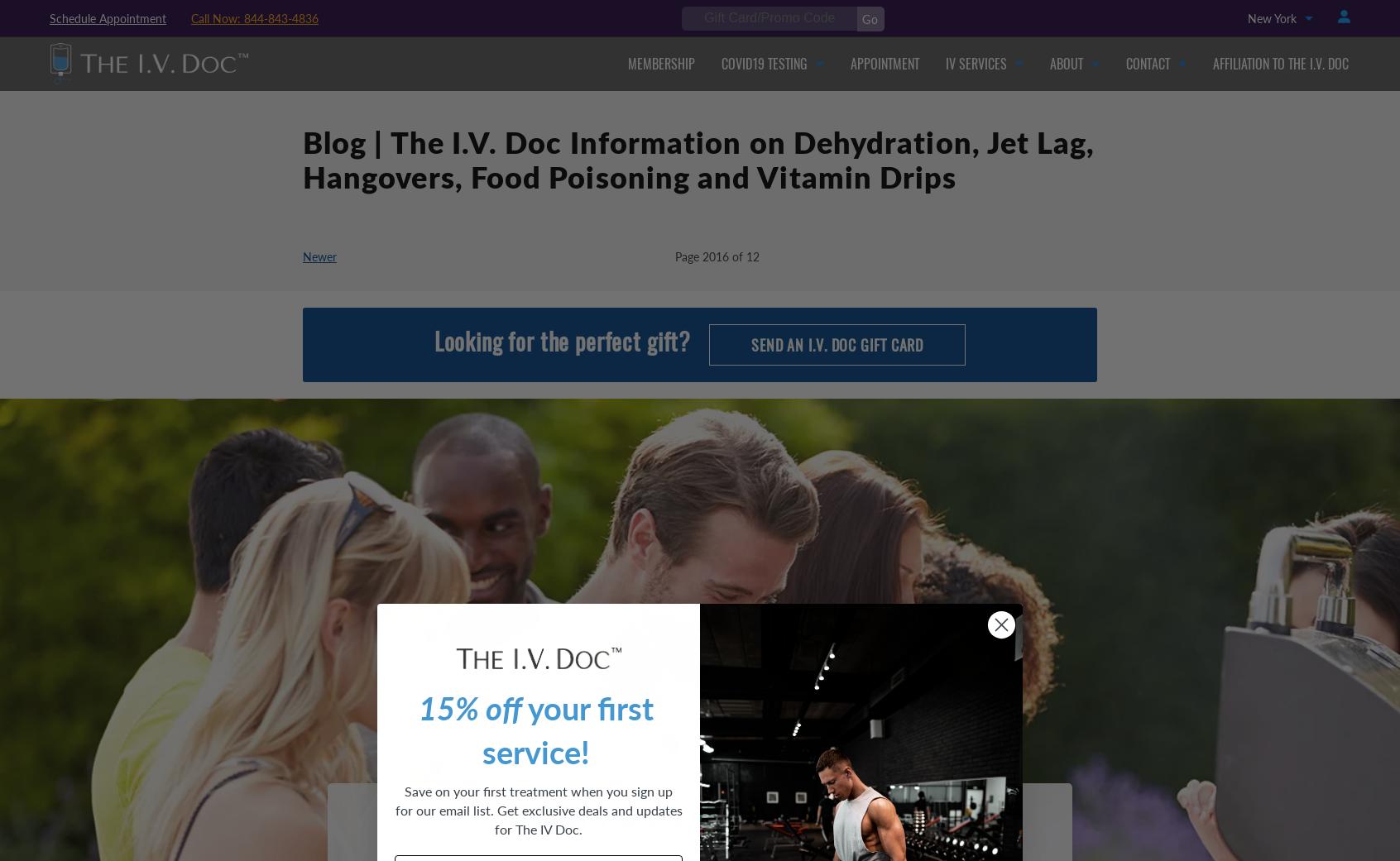 The height and width of the screenshot is (861, 1400). I want to click on 'Blog | The I.V. Doc Information on Dehydration, Jet Lag, Hangovers, Food Poisoning and Vitamin Drips', so click(698, 162).